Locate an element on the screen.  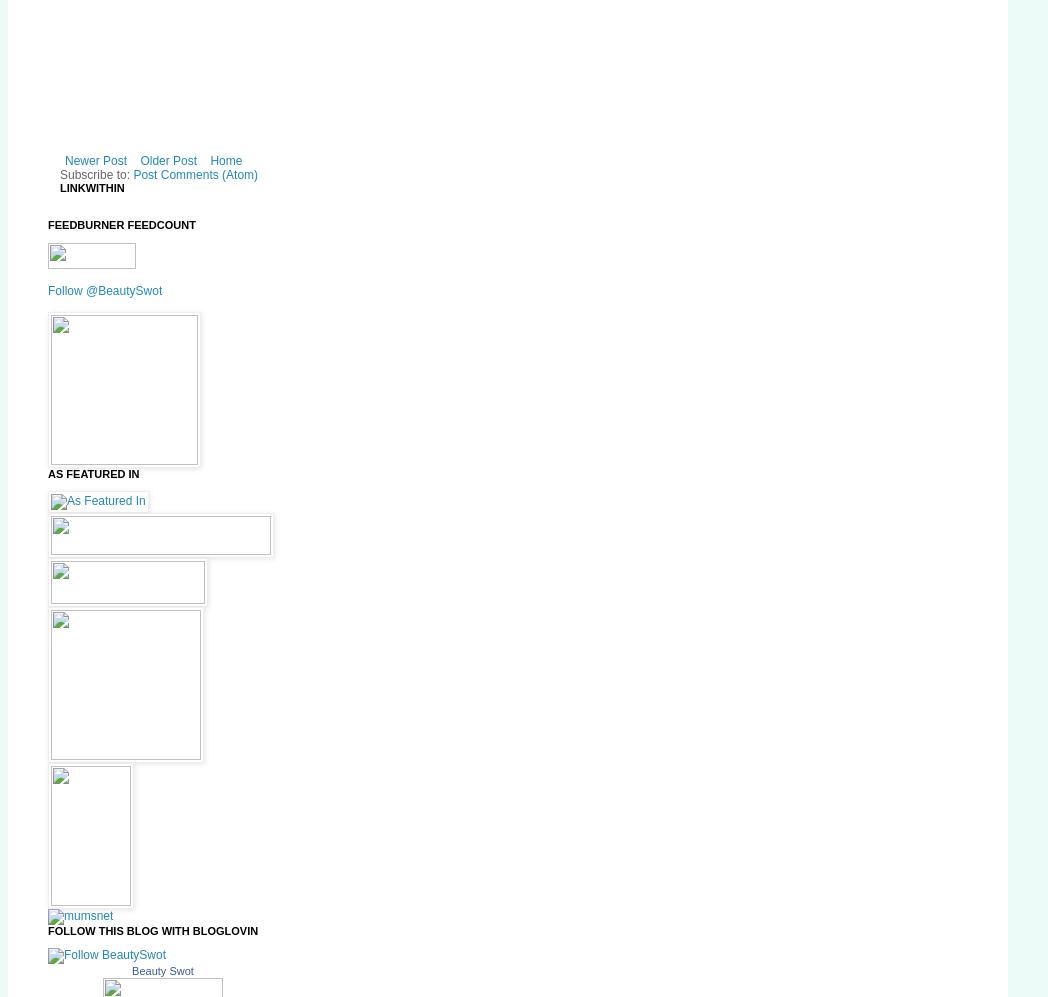
'As Featured In' is located at coordinates (92, 473).